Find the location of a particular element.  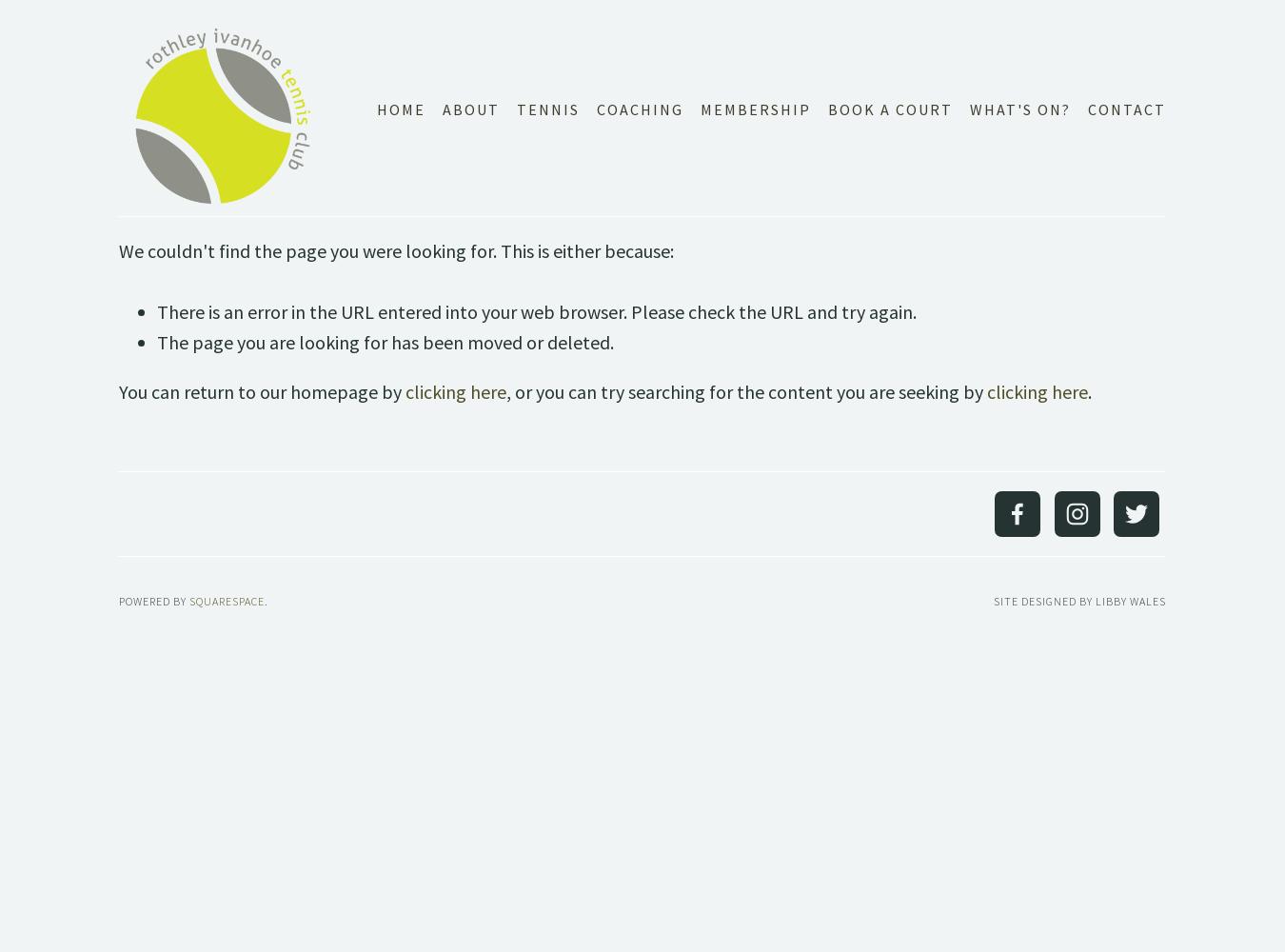

'SQUARESPACE' is located at coordinates (188, 600).